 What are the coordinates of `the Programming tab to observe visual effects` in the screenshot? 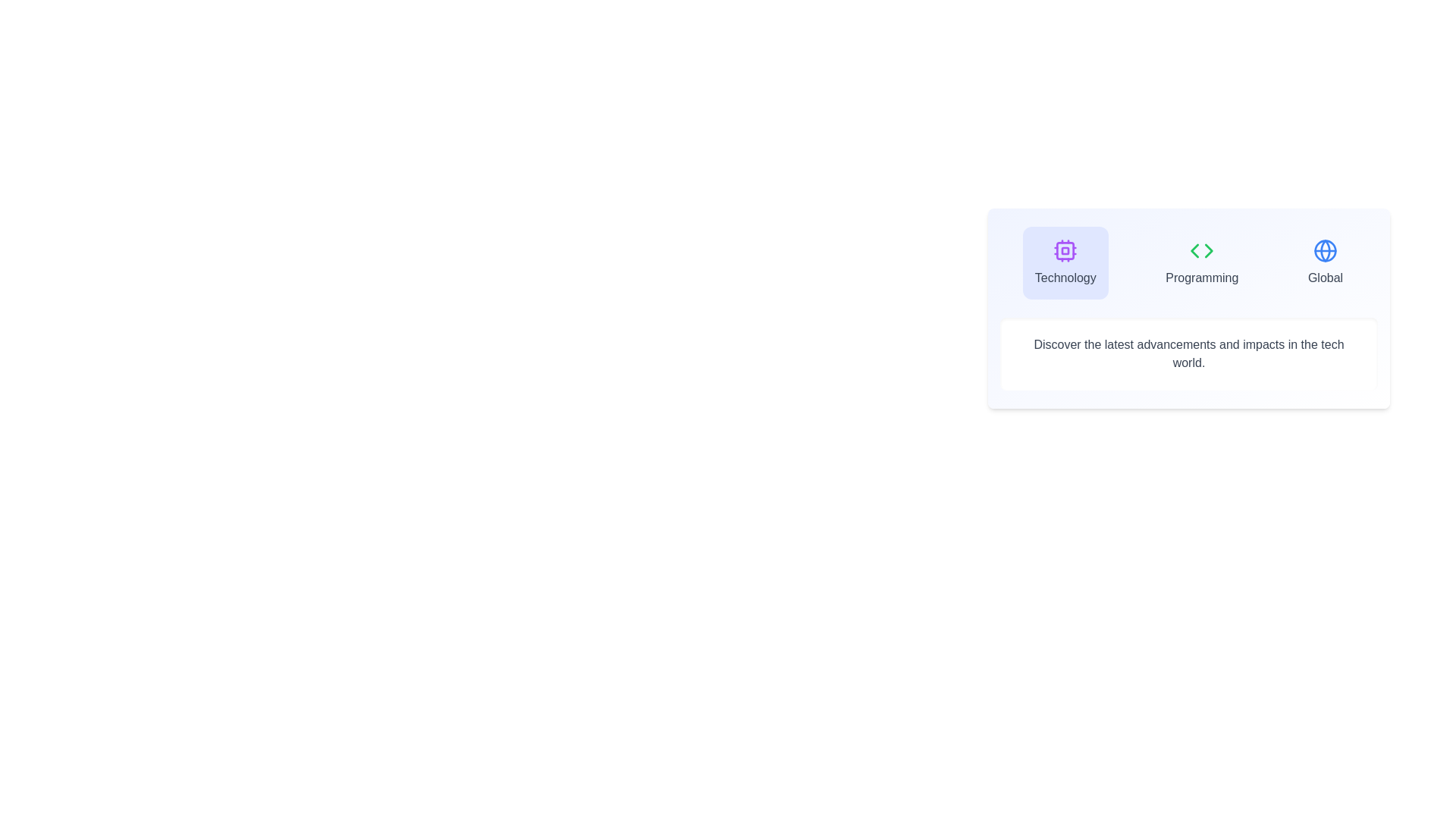 It's located at (1201, 262).